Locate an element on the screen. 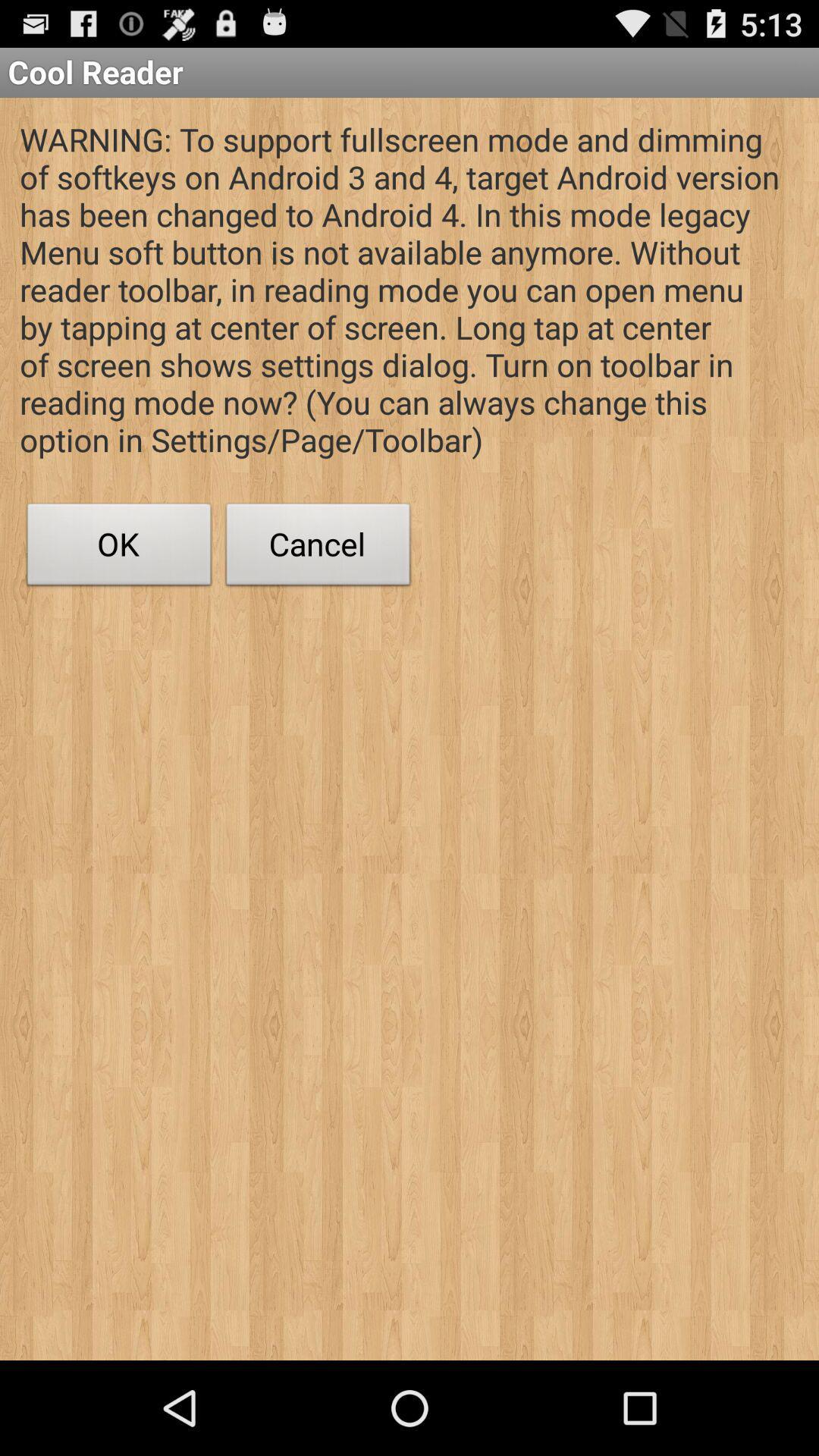 Image resolution: width=819 pixels, height=1456 pixels. the cancel icon is located at coordinates (318, 548).